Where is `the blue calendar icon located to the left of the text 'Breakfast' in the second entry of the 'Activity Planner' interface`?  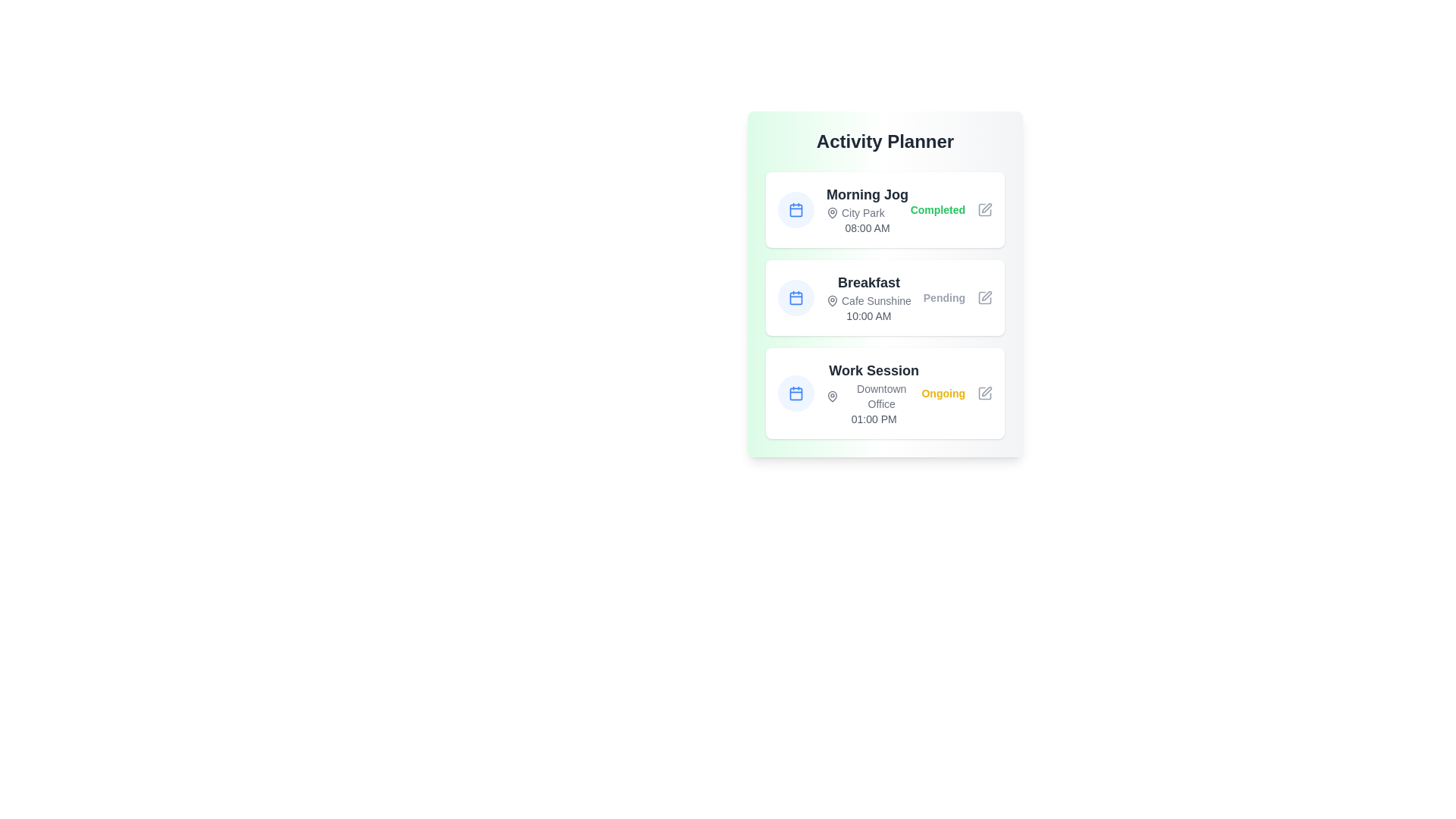
the blue calendar icon located to the left of the text 'Breakfast' in the second entry of the 'Activity Planner' interface is located at coordinates (795, 298).